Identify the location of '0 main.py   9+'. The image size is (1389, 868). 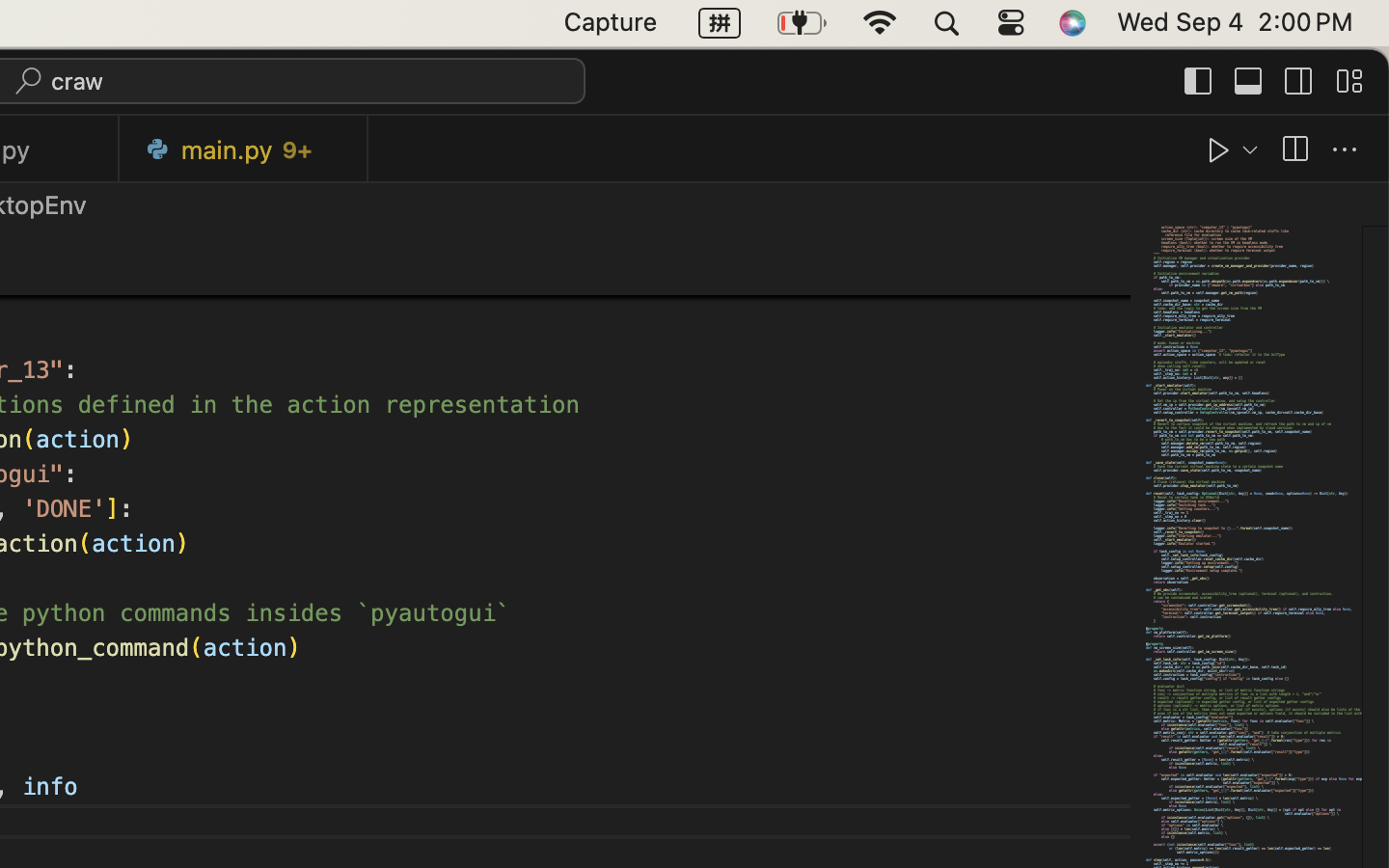
(243, 149).